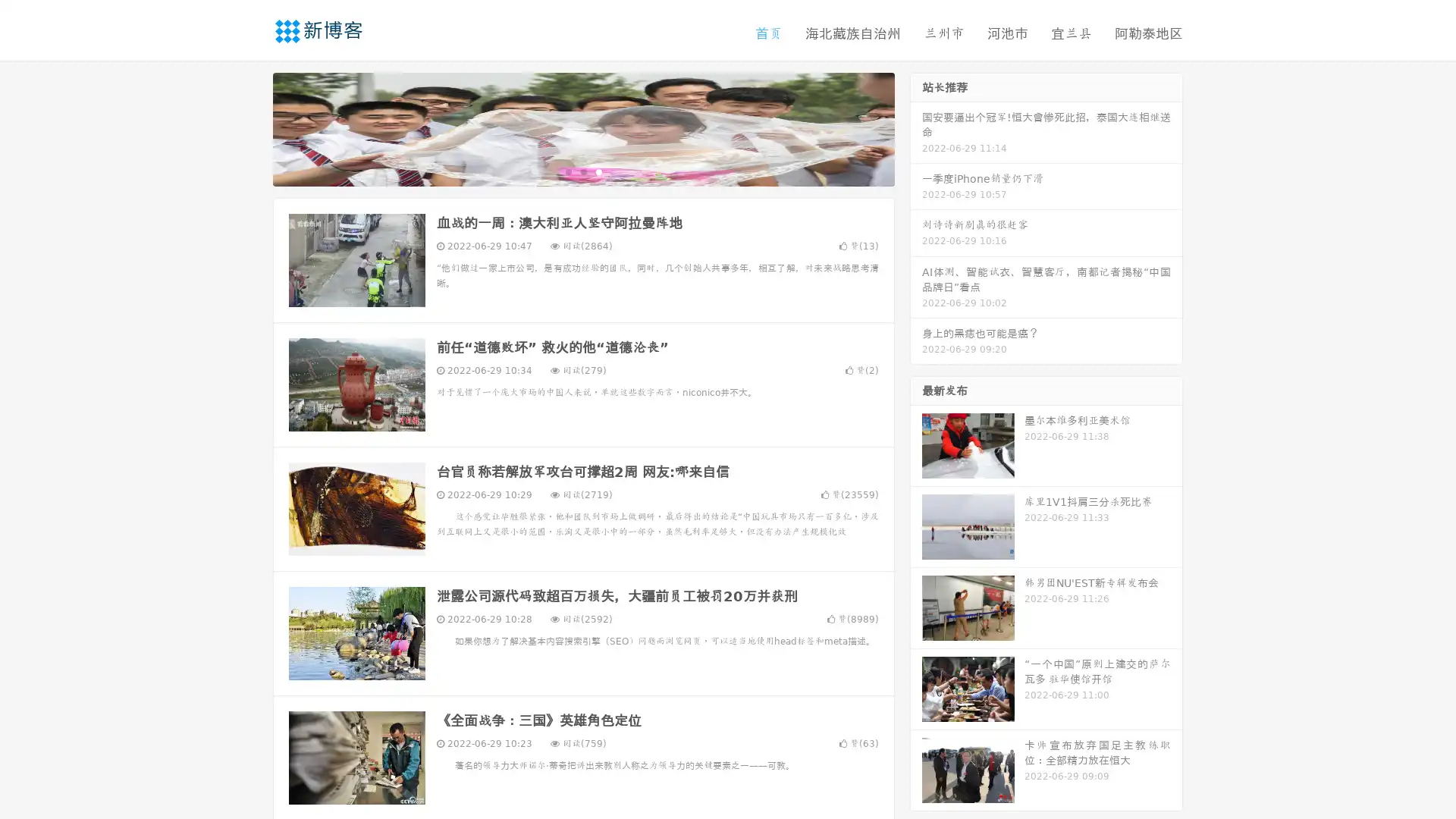 The width and height of the screenshot is (1456, 819). I want to click on Next slide, so click(916, 127).